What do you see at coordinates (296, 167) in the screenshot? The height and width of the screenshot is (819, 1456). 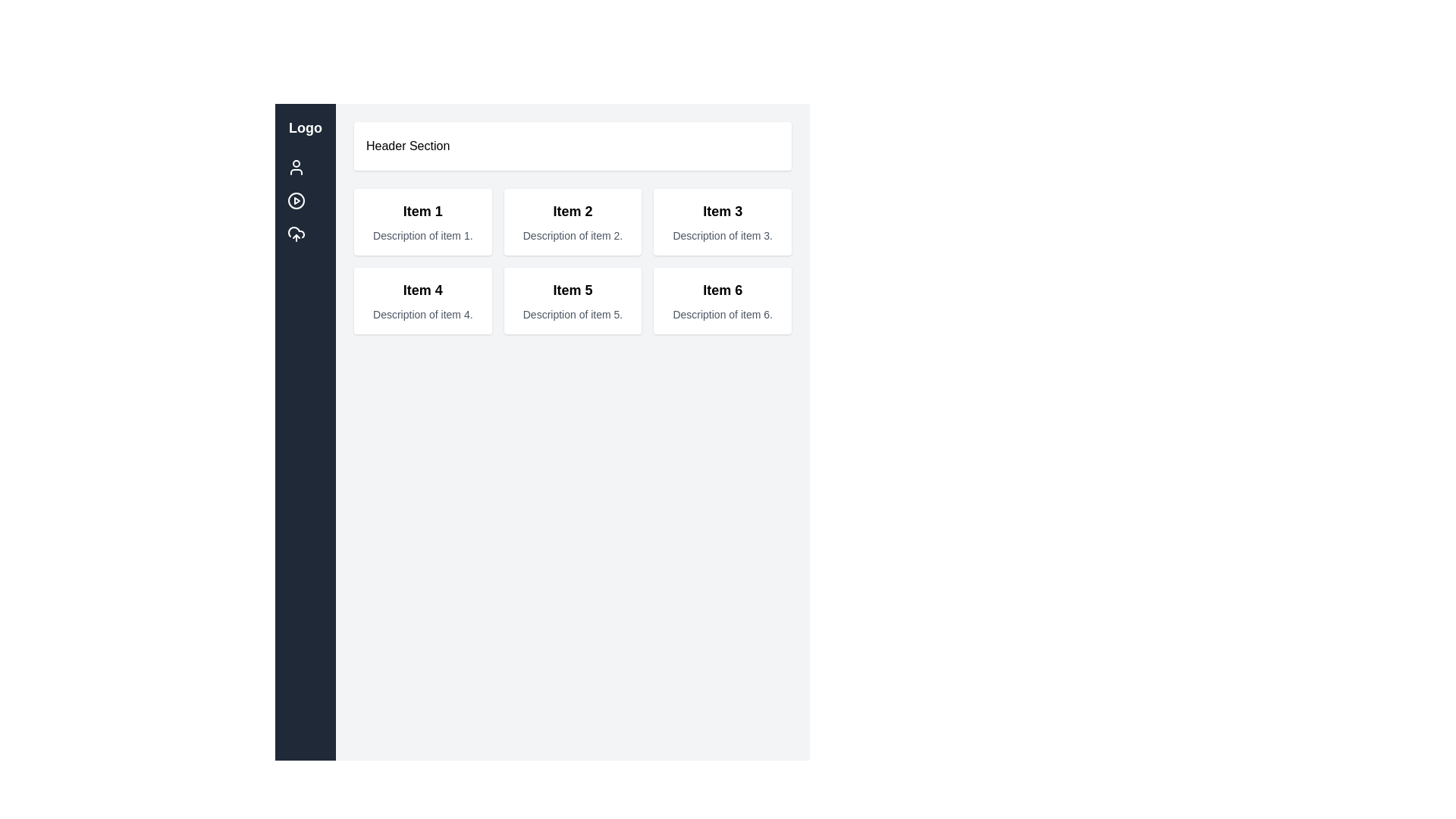 I see `the user icon, which is a circular head shape with a white stroke against a dark blue background, located as the first icon in the vertical stack under the 'Logo' section in the sidebar` at bounding box center [296, 167].